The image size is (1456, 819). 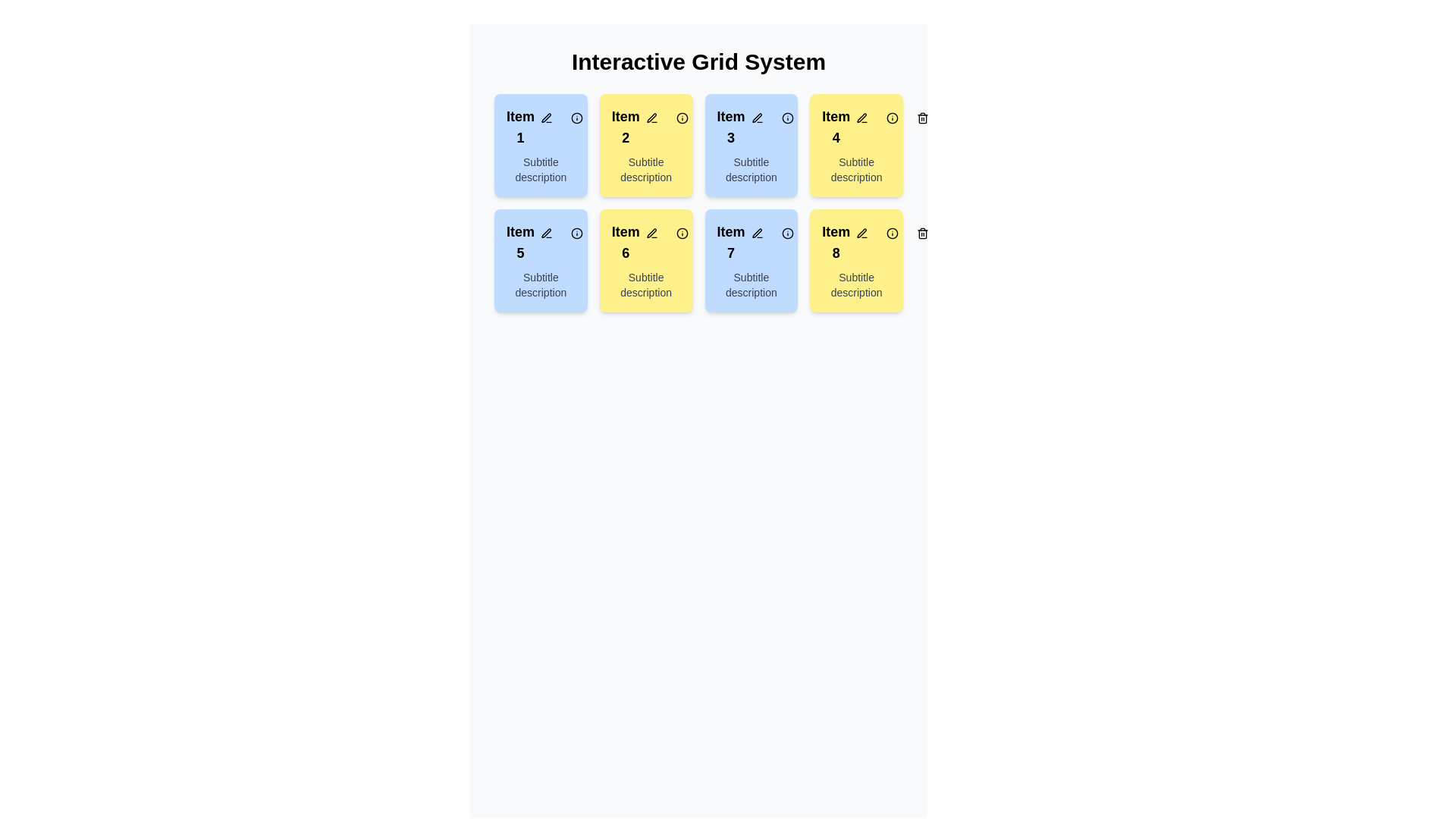 I want to click on the pen icon located at the top-right corner of the 'Item 6' card in the interactive grid, so click(x=651, y=233).